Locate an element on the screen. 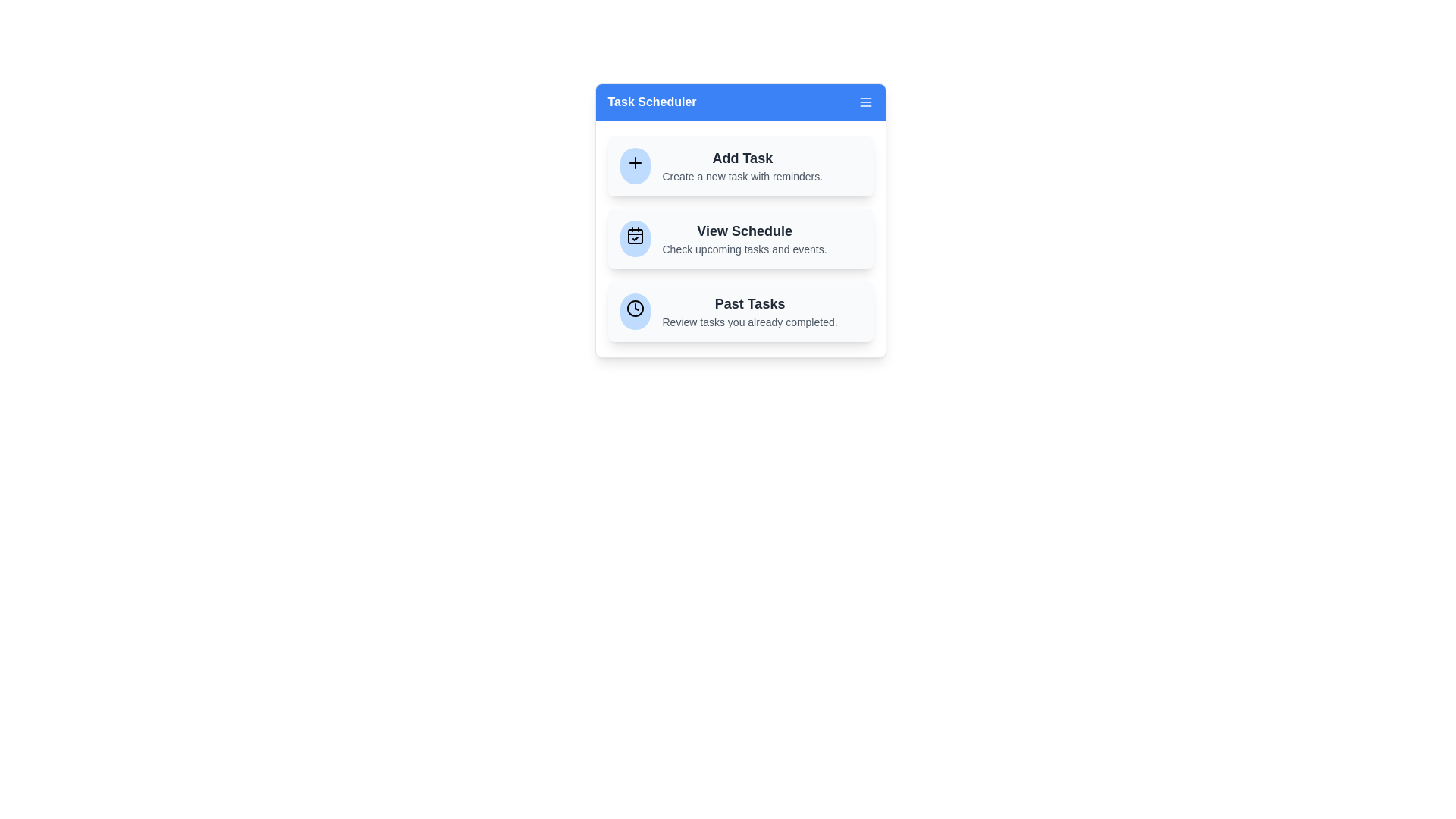  the Add Task to highlight it is located at coordinates (740, 166).